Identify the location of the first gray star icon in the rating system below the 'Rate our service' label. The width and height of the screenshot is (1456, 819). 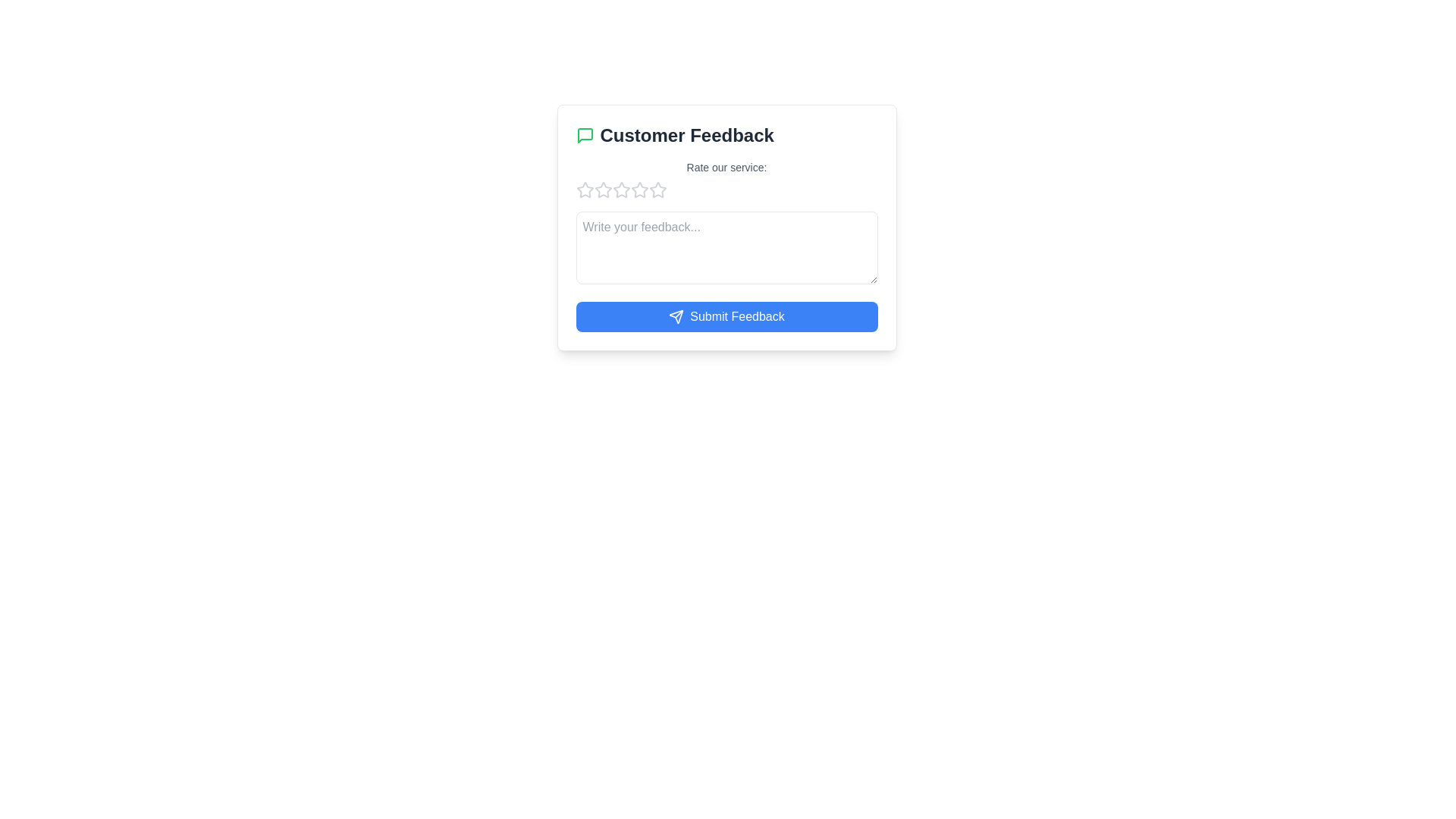
(602, 189).